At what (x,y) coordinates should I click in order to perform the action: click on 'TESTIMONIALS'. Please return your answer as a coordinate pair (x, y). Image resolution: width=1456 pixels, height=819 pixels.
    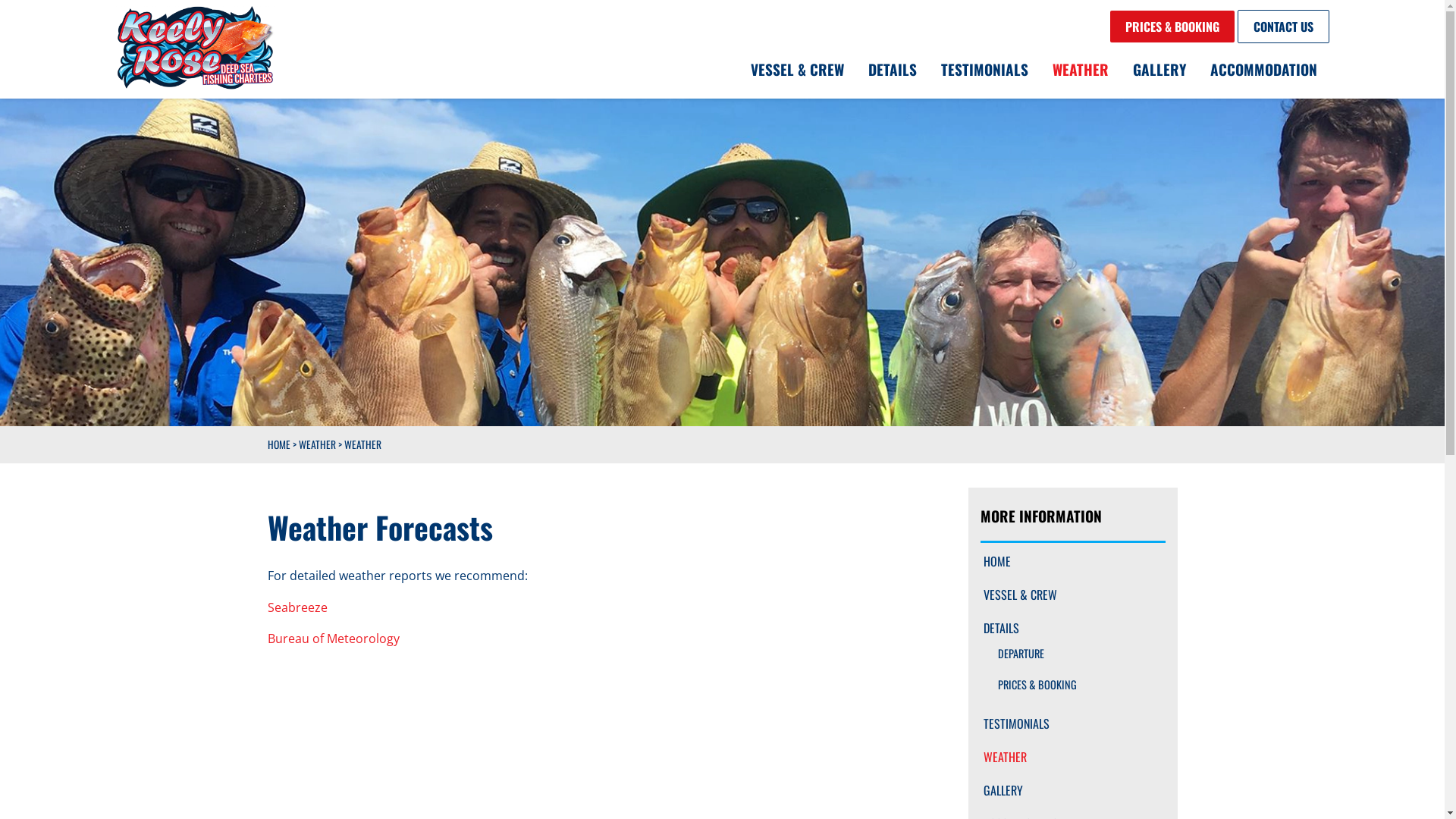
    Looking at the image, I should click on (1072, 722).